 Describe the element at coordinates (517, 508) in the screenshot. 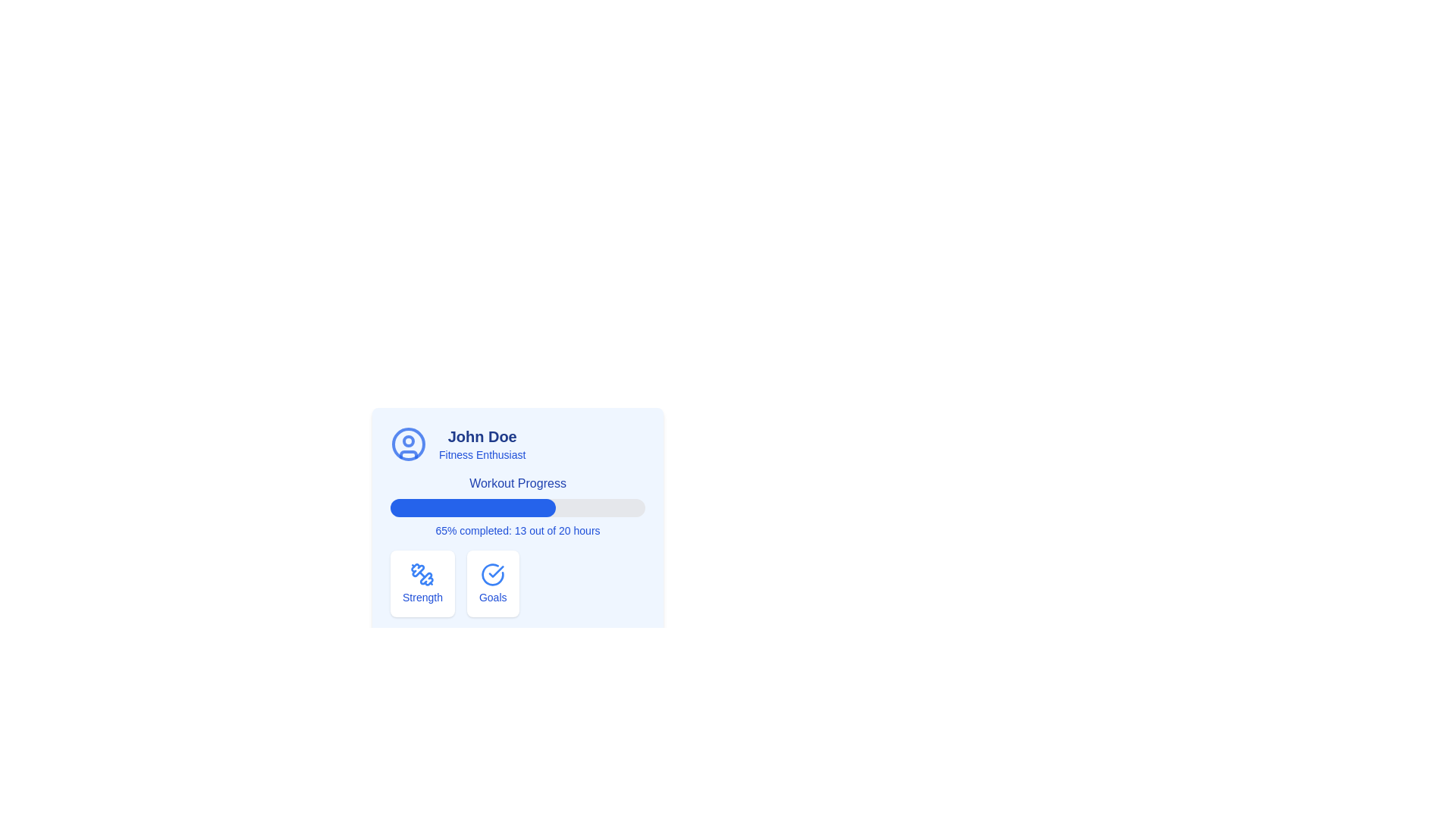

I see `the horizontal progress bar located below 'Workout Progress' and above '65% completed: 13 out of 20 hours', which has a light gray background and a solid blue progress indicator filling approximately 65%` at that location.